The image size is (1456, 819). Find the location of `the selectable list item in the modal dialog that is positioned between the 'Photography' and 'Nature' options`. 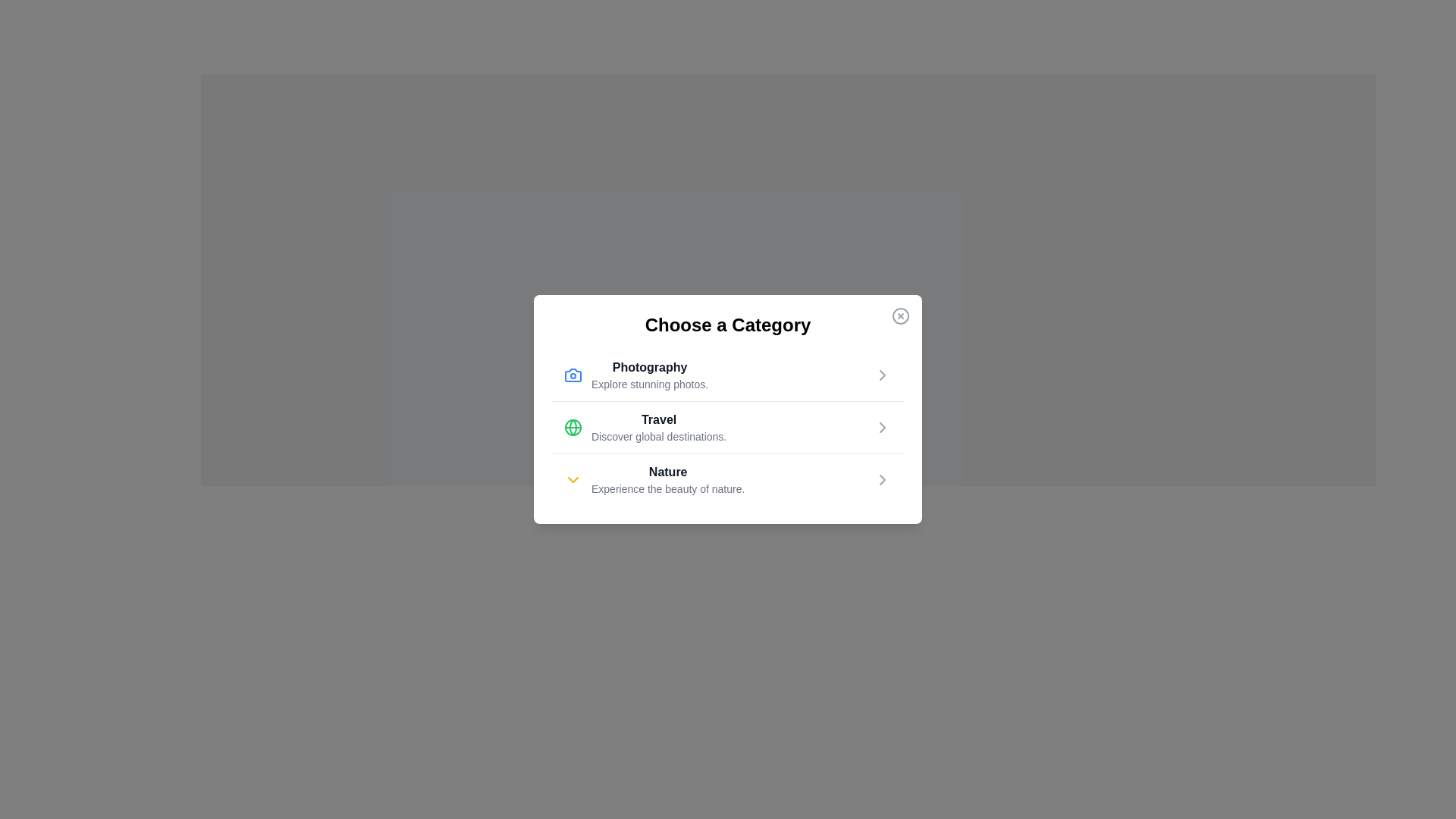

the selectable list item in the modal dialog that is positioned between the 'Photography' and 'Nature' options is located at coordinates (728, 427).